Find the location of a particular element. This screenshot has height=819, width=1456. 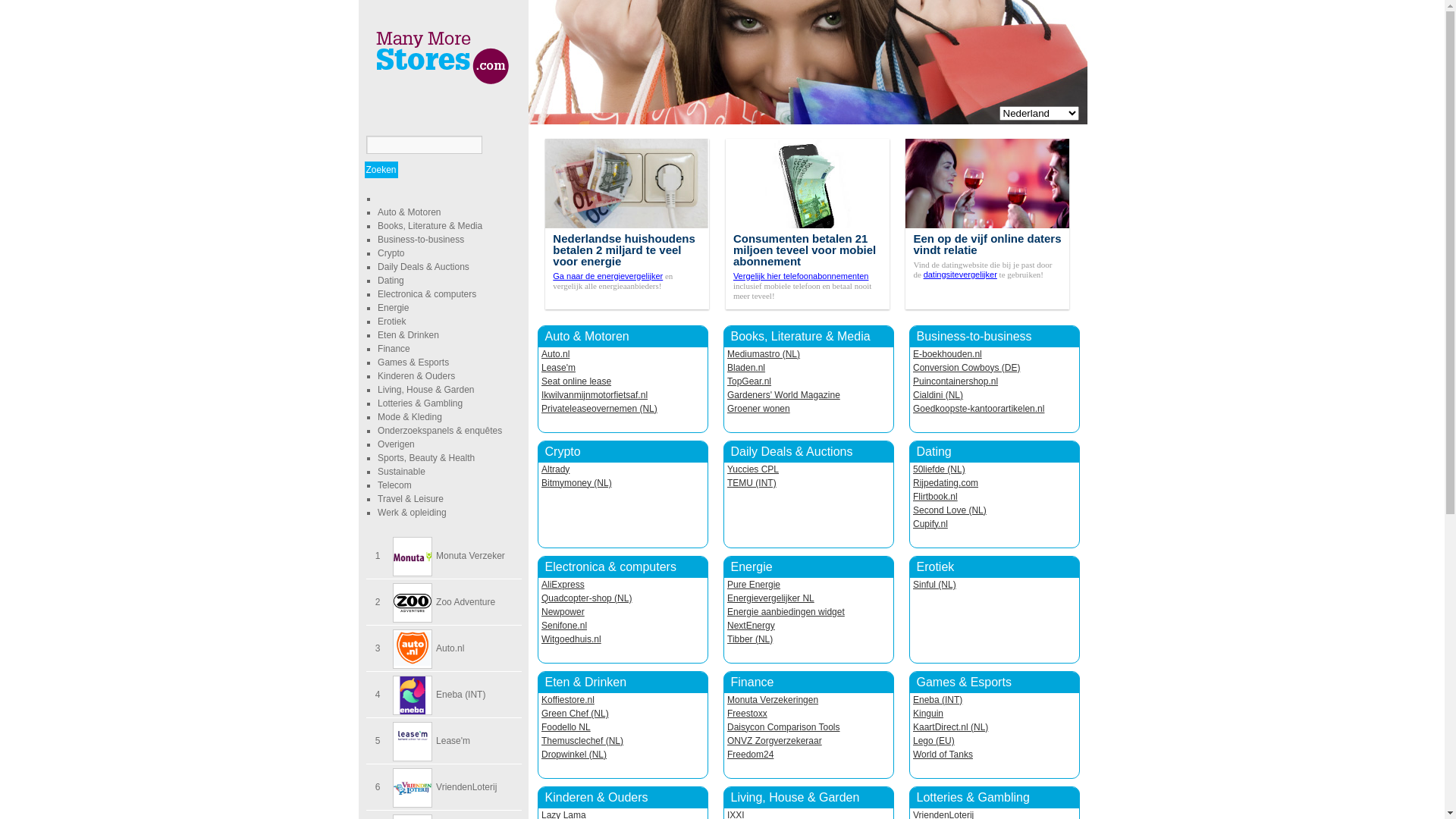

'Books, Literature & Media' is located at coordinates (428, 225).